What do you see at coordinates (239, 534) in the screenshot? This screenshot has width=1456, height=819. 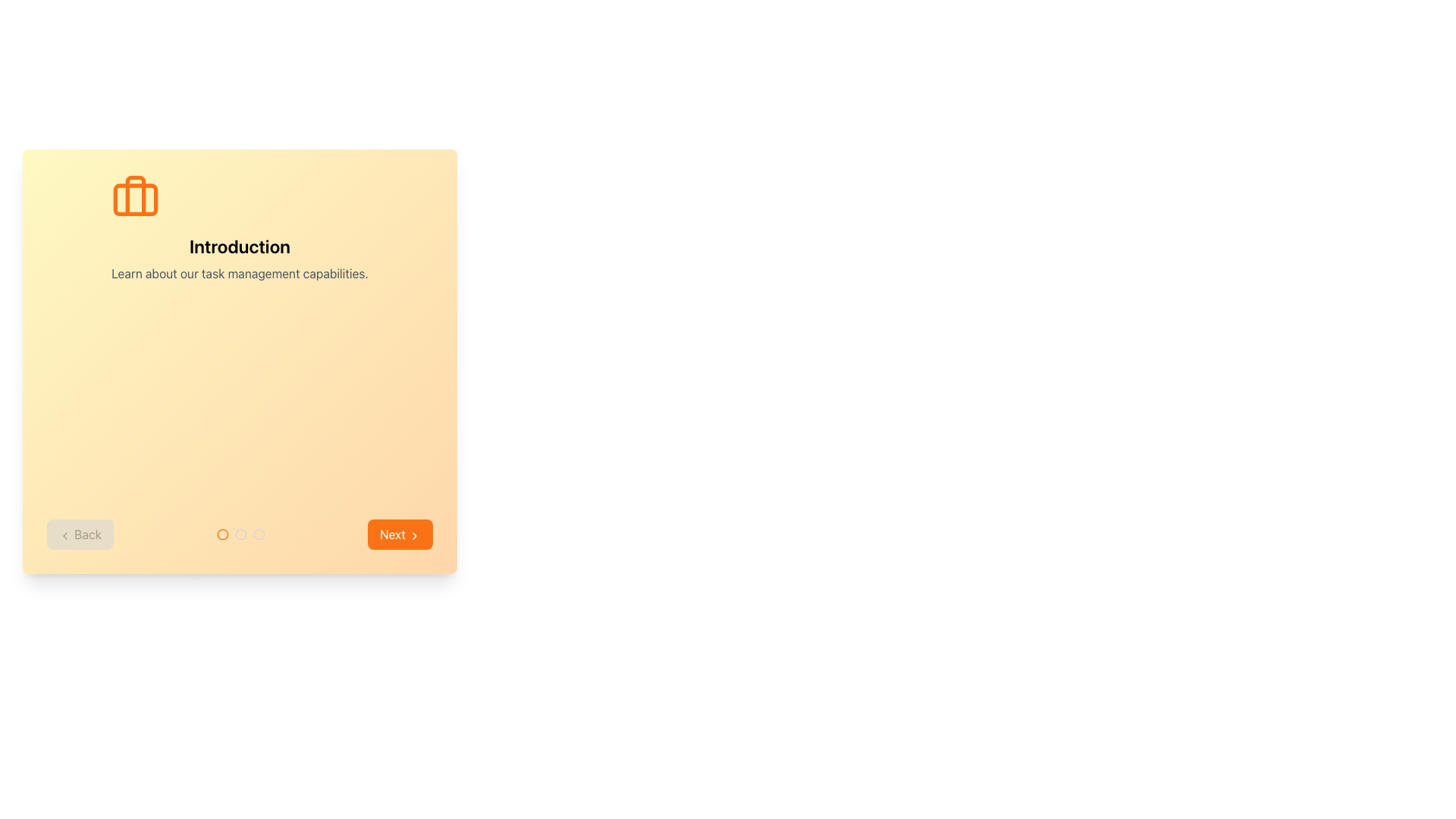 I see `the centered navigation dot in the navigation controls group at the bottom of the card interface to jump to a specific section` at bounding box center [239, 534].